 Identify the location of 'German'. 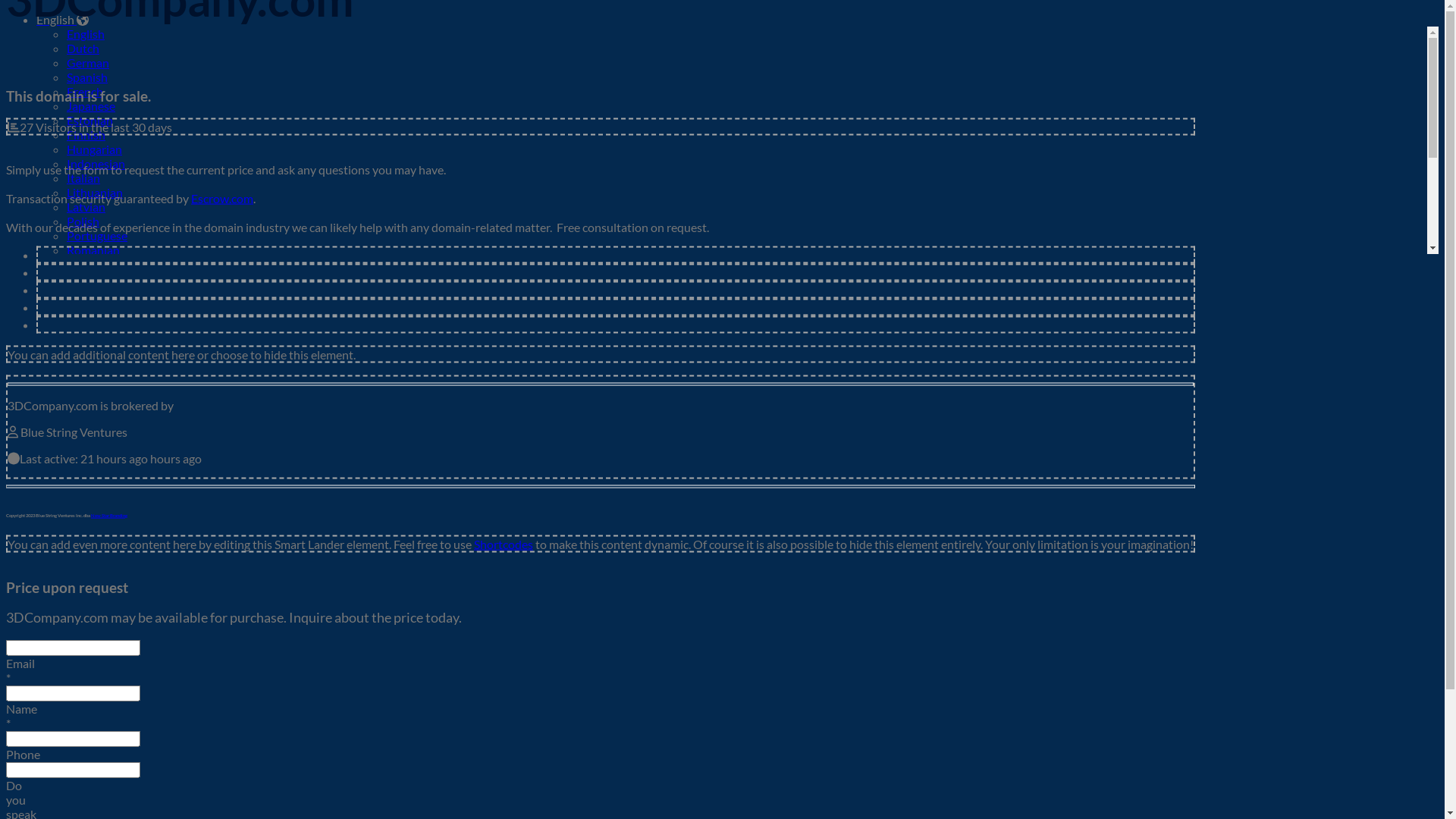
(86, 61).